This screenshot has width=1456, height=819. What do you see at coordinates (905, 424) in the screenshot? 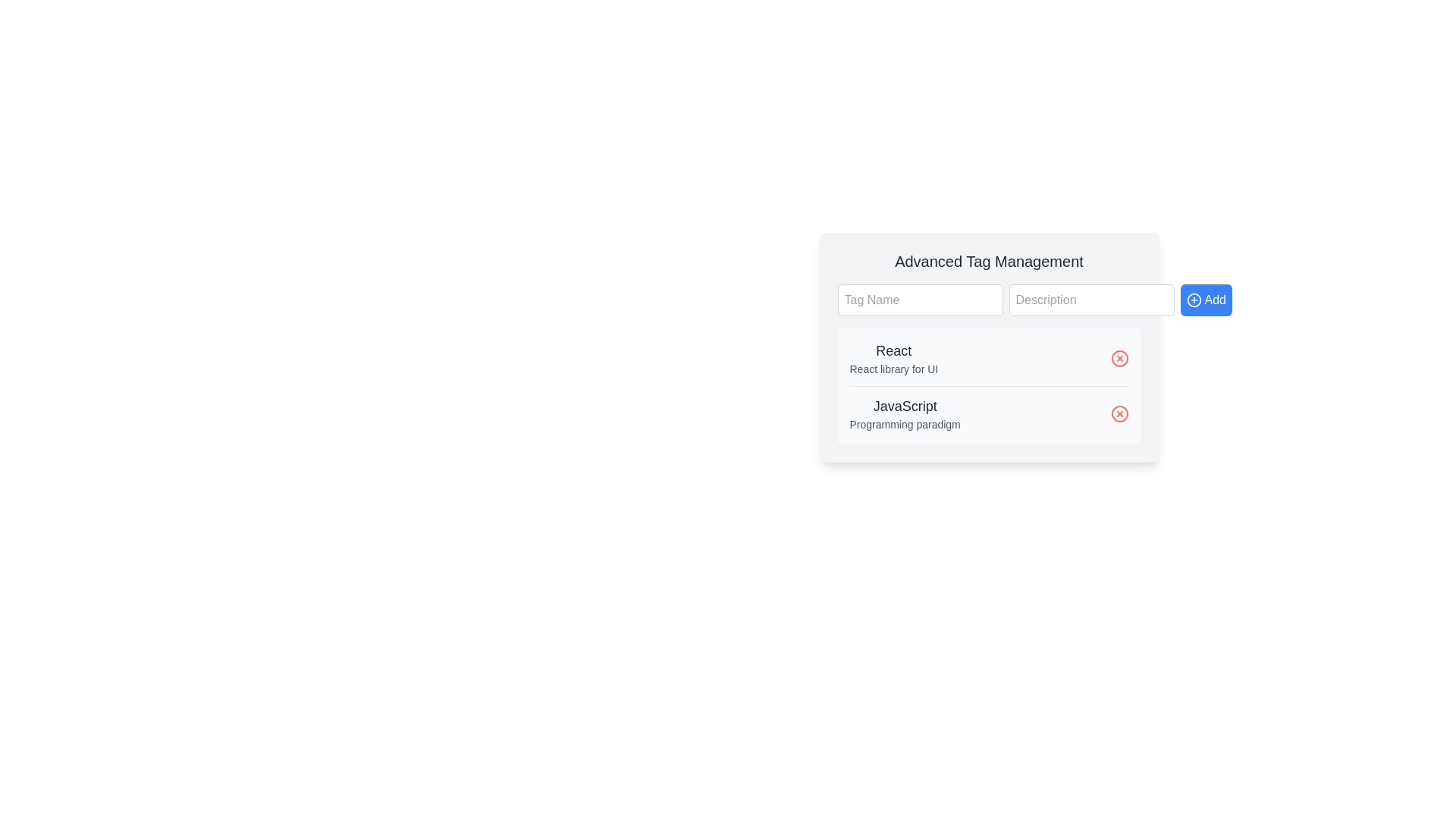
I see `the text label 'Programming paradigm', which is styled smaller and lighter compared to the larger text 'JavaScript' above it, indicating it as a description in the 'Advanced Tag Management' section` at bounding box center [905, 424].